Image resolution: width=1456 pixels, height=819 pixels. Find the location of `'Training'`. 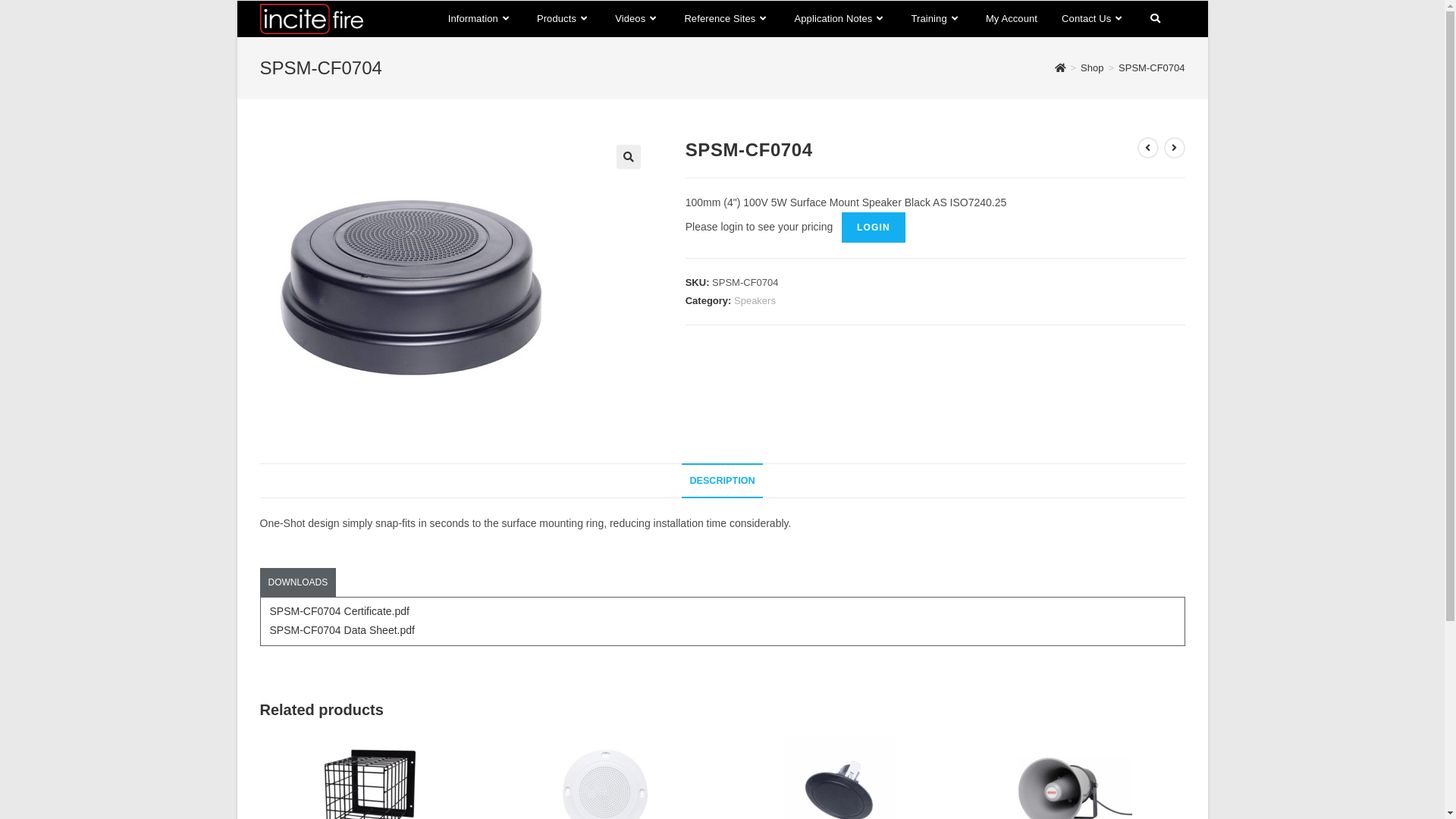

'Training' is located at coordinates (934, 18).